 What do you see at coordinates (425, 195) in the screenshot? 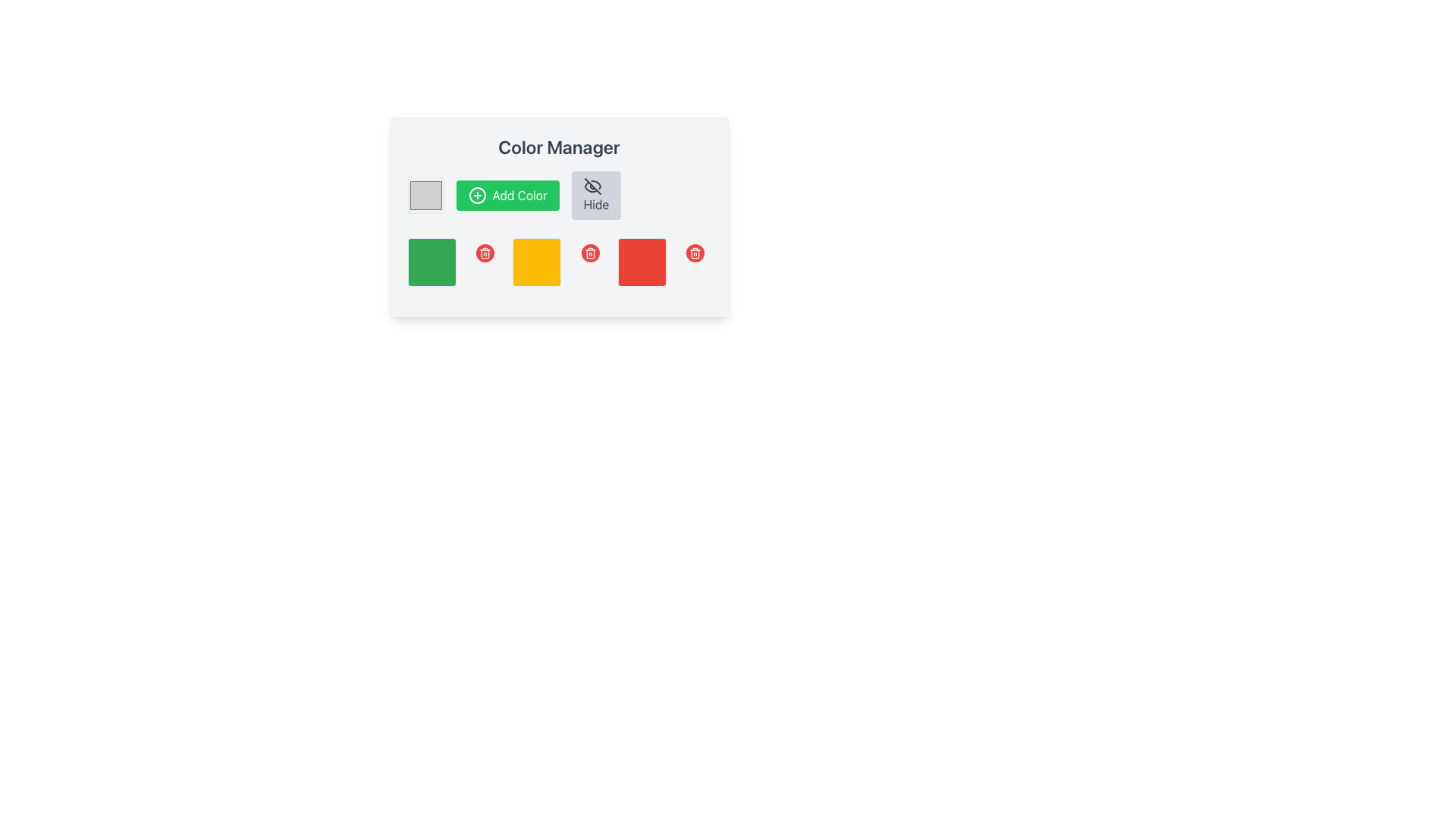
I see `the Interactive color input display, which represents the color '#D0D0D0', to interact with it` at bounding box center [425, 195].